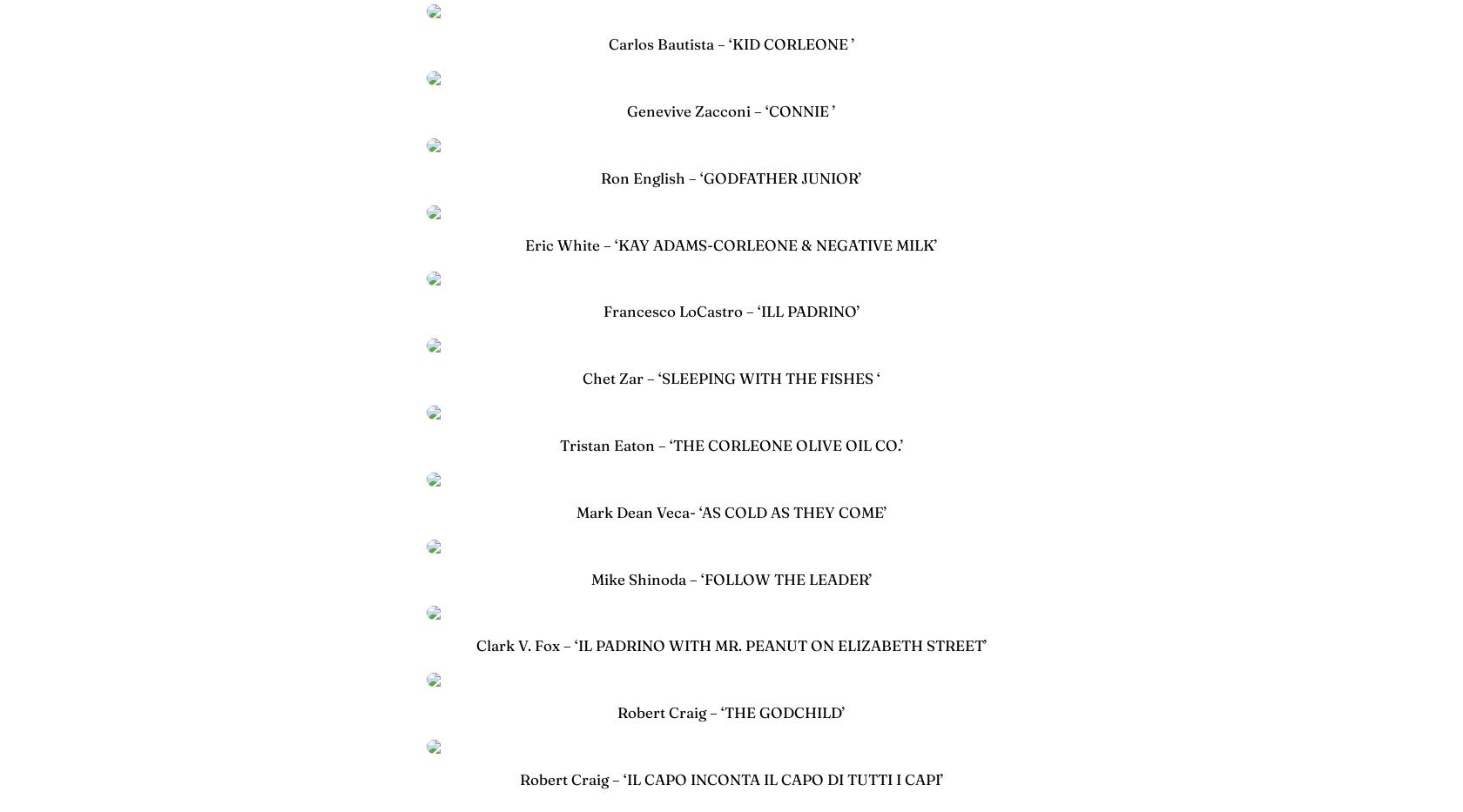 The image size is (1463, 812). What do you see at coordinates (731, 244) in the screenshot?
I see `'Eric White – ‘KAY ADAMS-CORLEONE & NEGATIVE MILK’'` at bounding box center [731, 244].